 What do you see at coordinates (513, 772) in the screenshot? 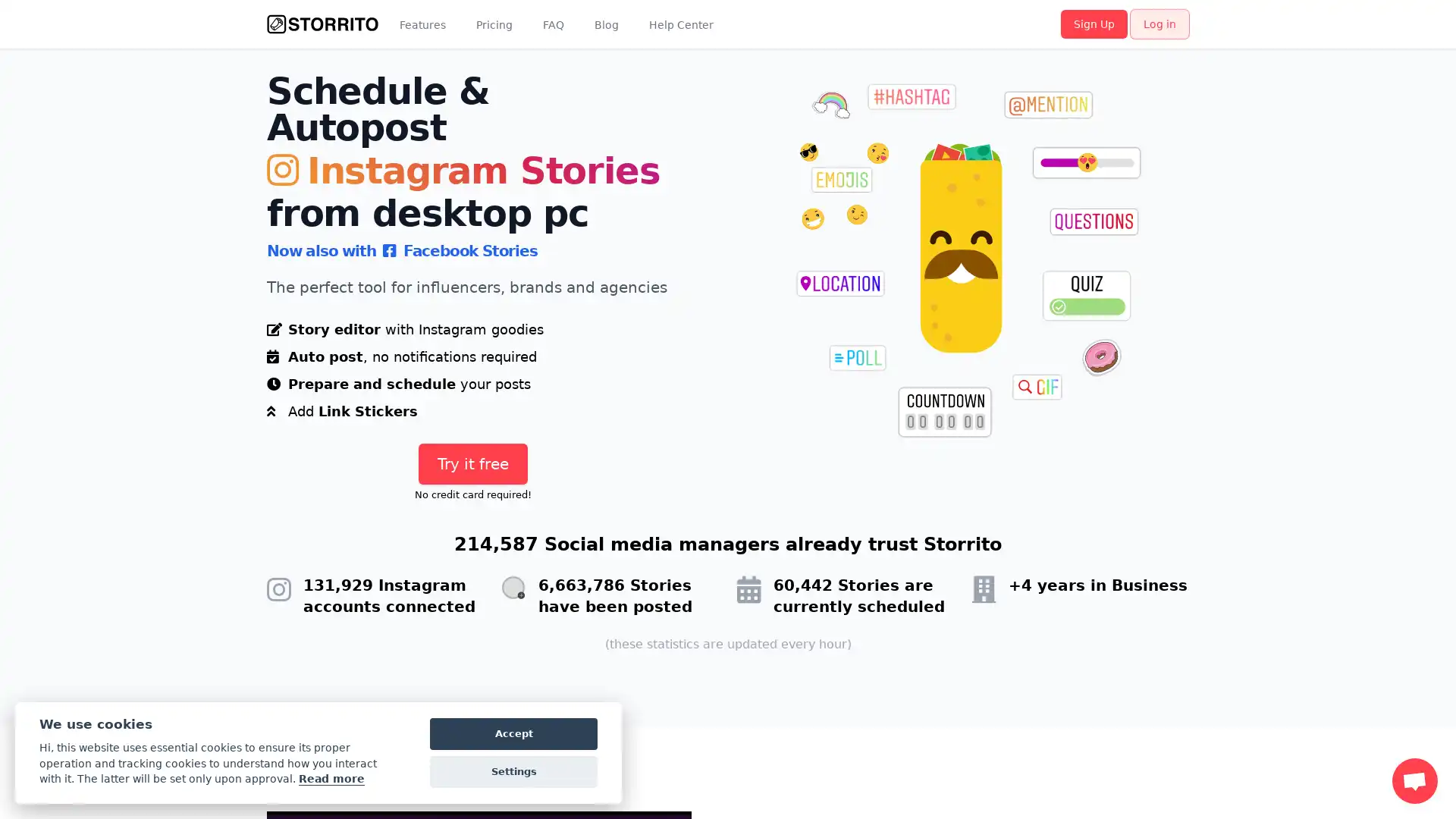
I see `Settings` at bounding box center [513, 772].